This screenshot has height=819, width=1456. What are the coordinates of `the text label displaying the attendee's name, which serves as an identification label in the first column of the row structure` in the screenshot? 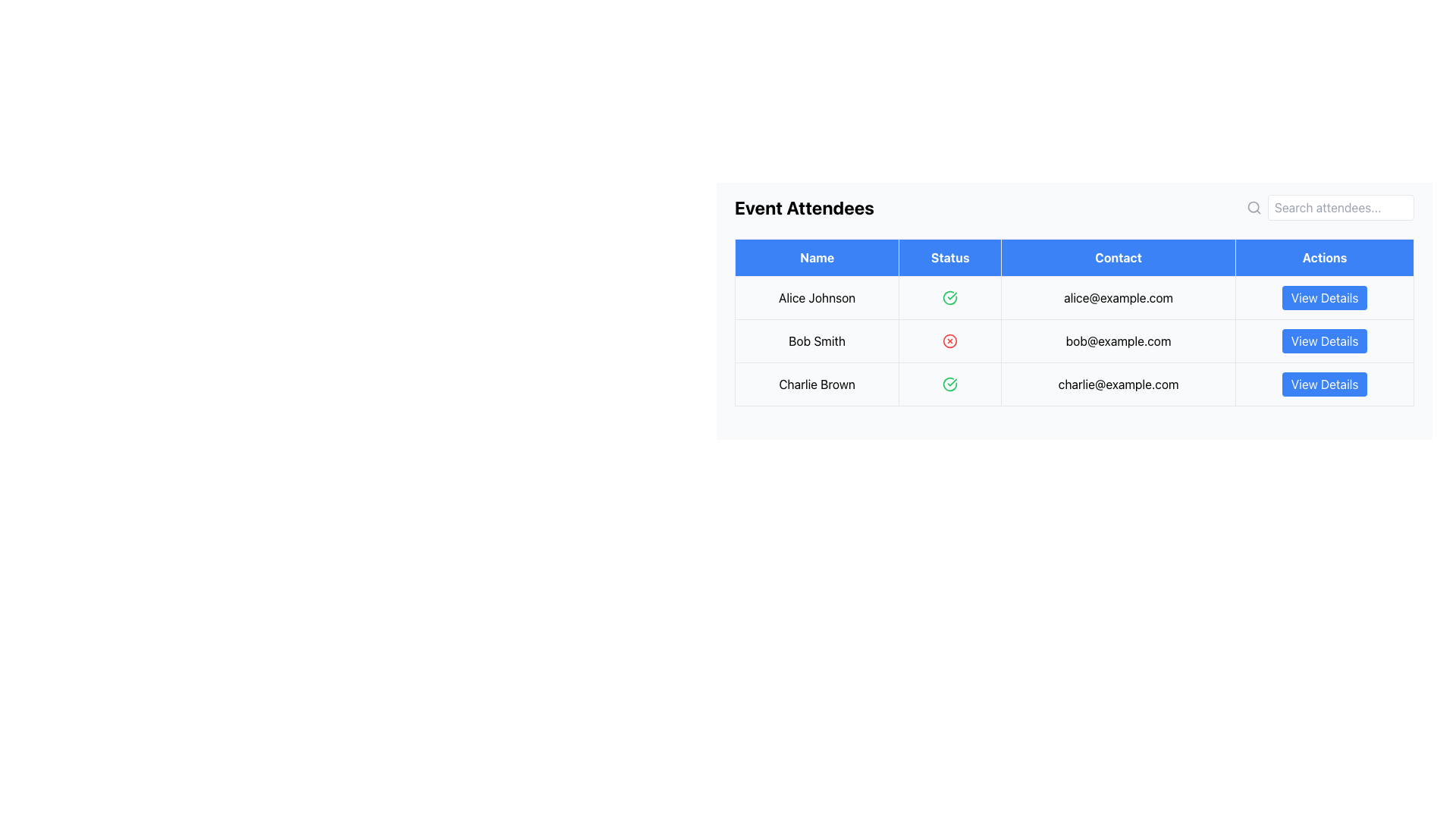 It's located at (816, 298).